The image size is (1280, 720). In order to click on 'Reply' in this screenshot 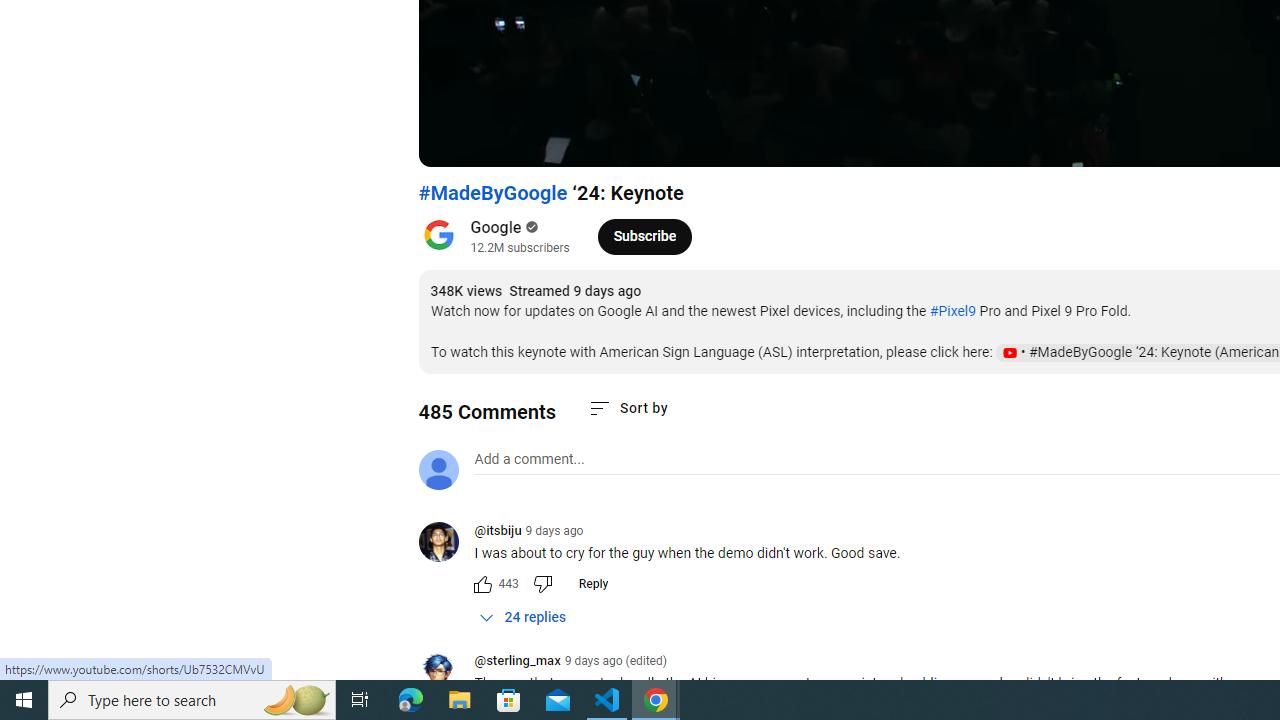, I will do `click(592, 583)`.